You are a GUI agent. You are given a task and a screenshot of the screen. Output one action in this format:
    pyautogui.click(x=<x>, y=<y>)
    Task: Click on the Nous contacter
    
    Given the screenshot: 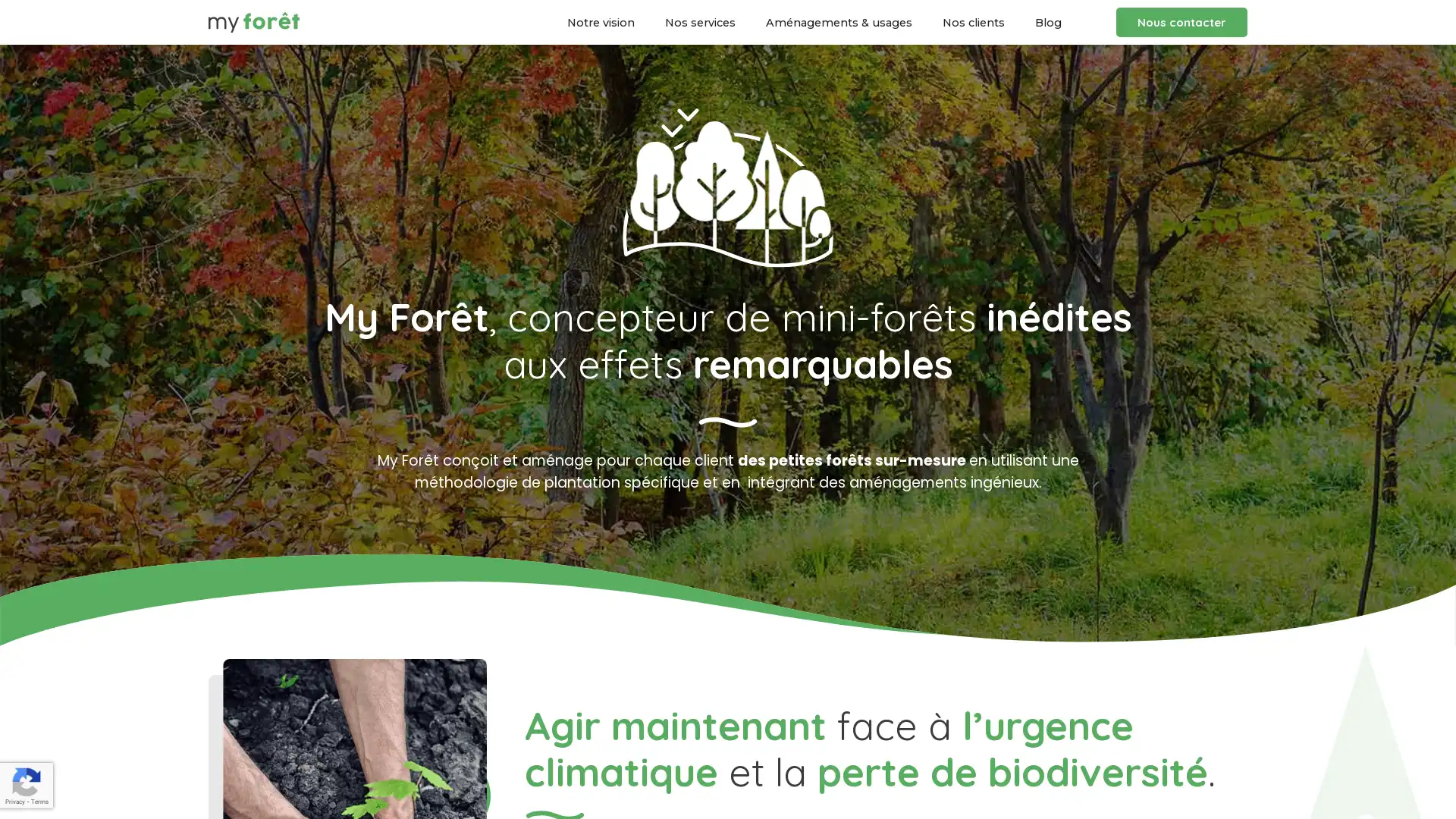 What is the action you would take?
    pyautogui.click(x=1181, y=22)
    